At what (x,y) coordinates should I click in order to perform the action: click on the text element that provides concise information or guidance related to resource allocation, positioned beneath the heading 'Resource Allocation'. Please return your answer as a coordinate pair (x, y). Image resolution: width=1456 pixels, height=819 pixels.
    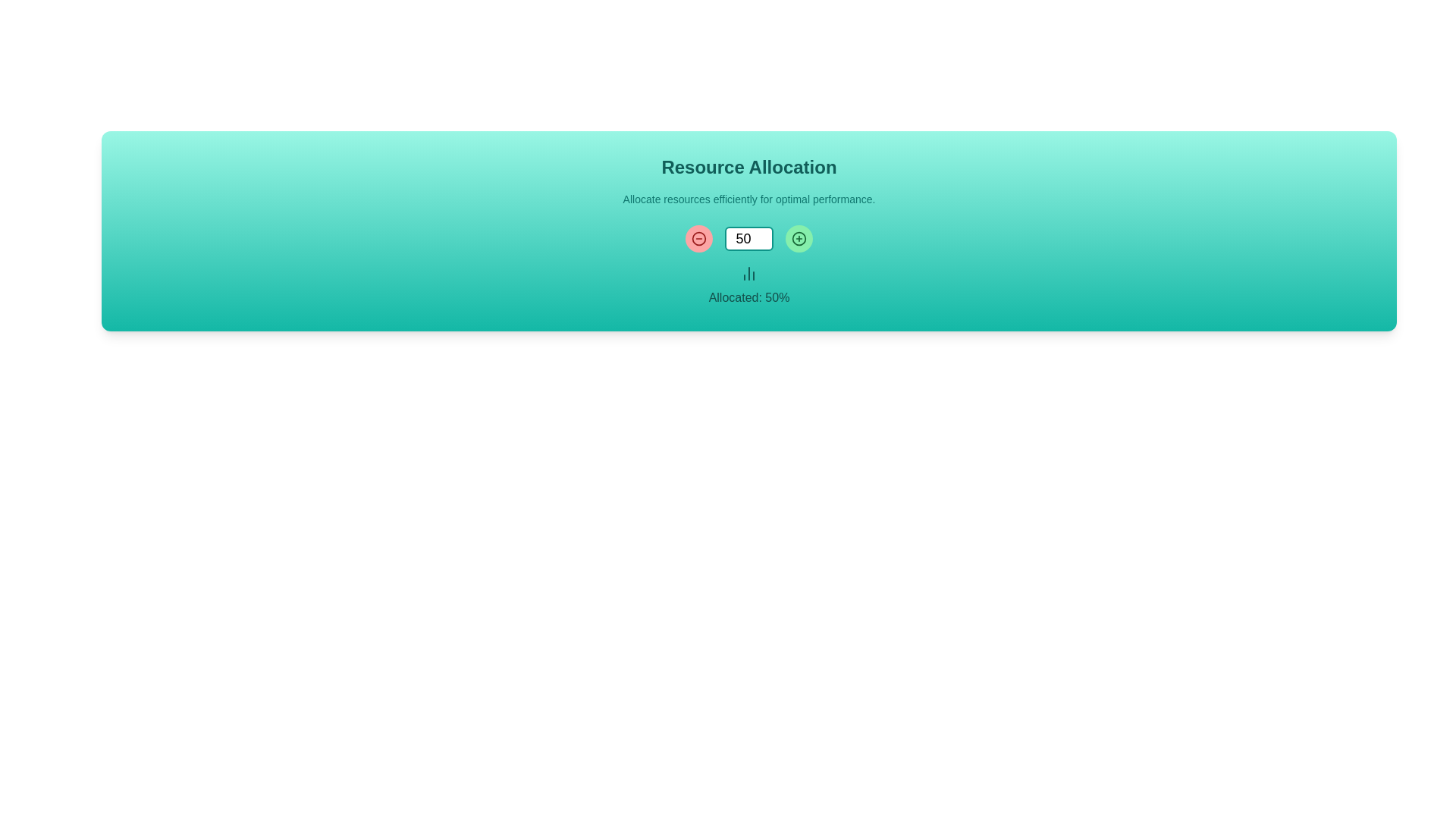
    Looking at the image, I should click on (749, 198).